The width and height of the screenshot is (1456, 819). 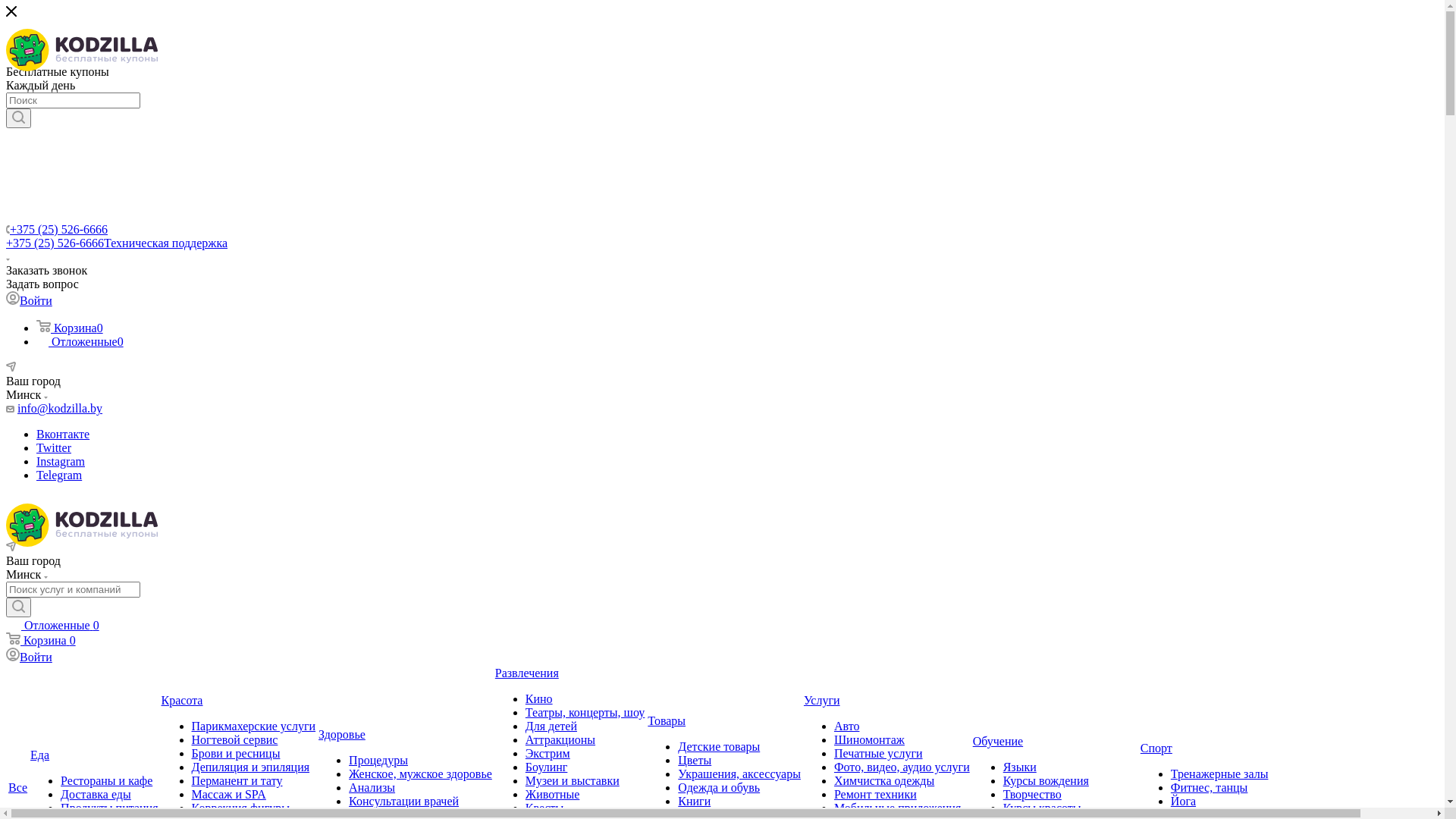 What do you see at coordinates (54, 447) in the screenshot?
I see `'Twitter'` at bounding box center [54, 447].